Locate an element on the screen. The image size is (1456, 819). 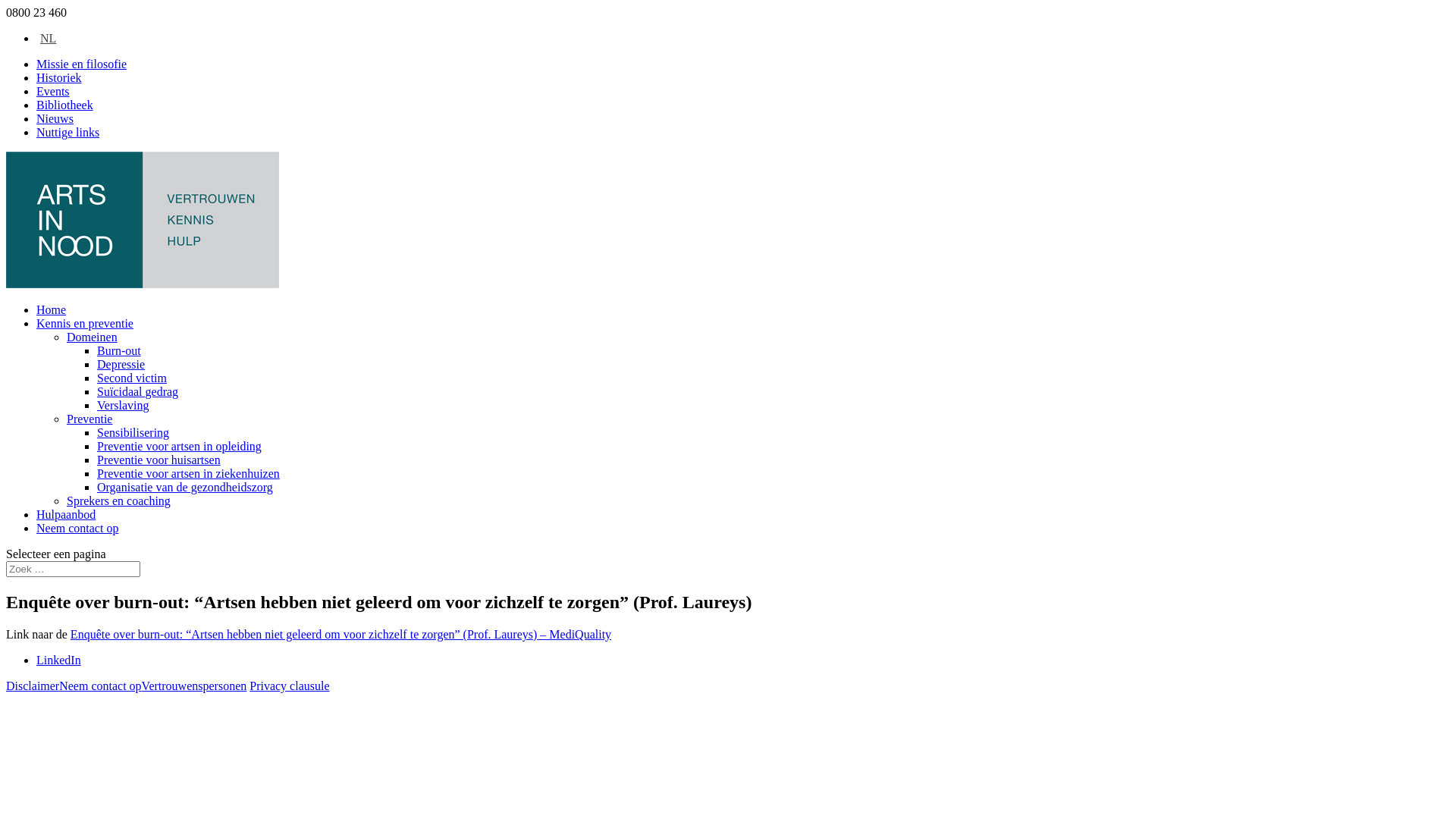
'Kennis en preventie' is located at coordinates (83, 322).